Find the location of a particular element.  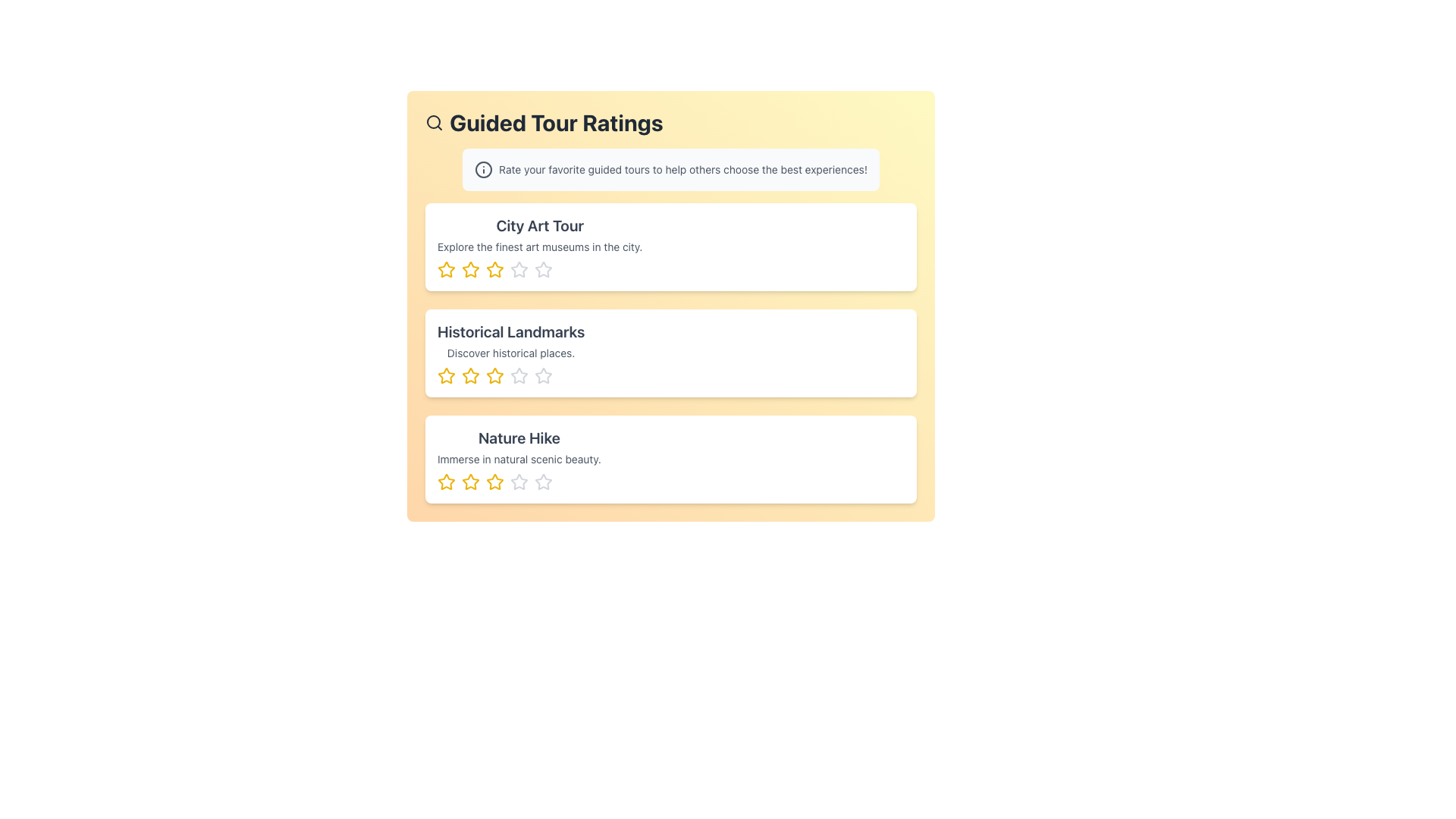

the first star icon in the rating system for the 'Nature Hike' section is located at coordinates (446, 482).